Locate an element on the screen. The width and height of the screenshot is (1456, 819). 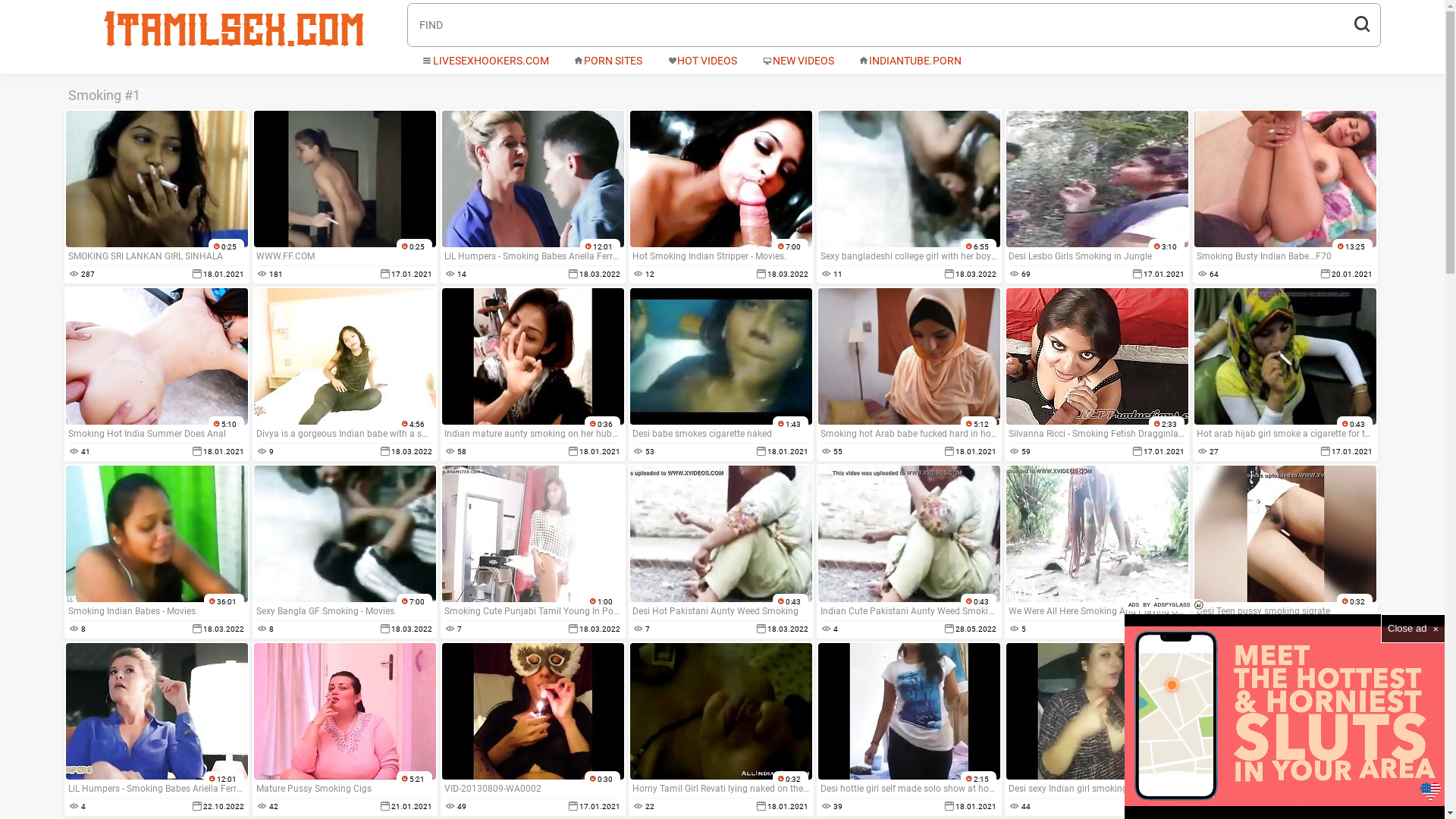
'0:32 is located at coordinates (1284, 551).